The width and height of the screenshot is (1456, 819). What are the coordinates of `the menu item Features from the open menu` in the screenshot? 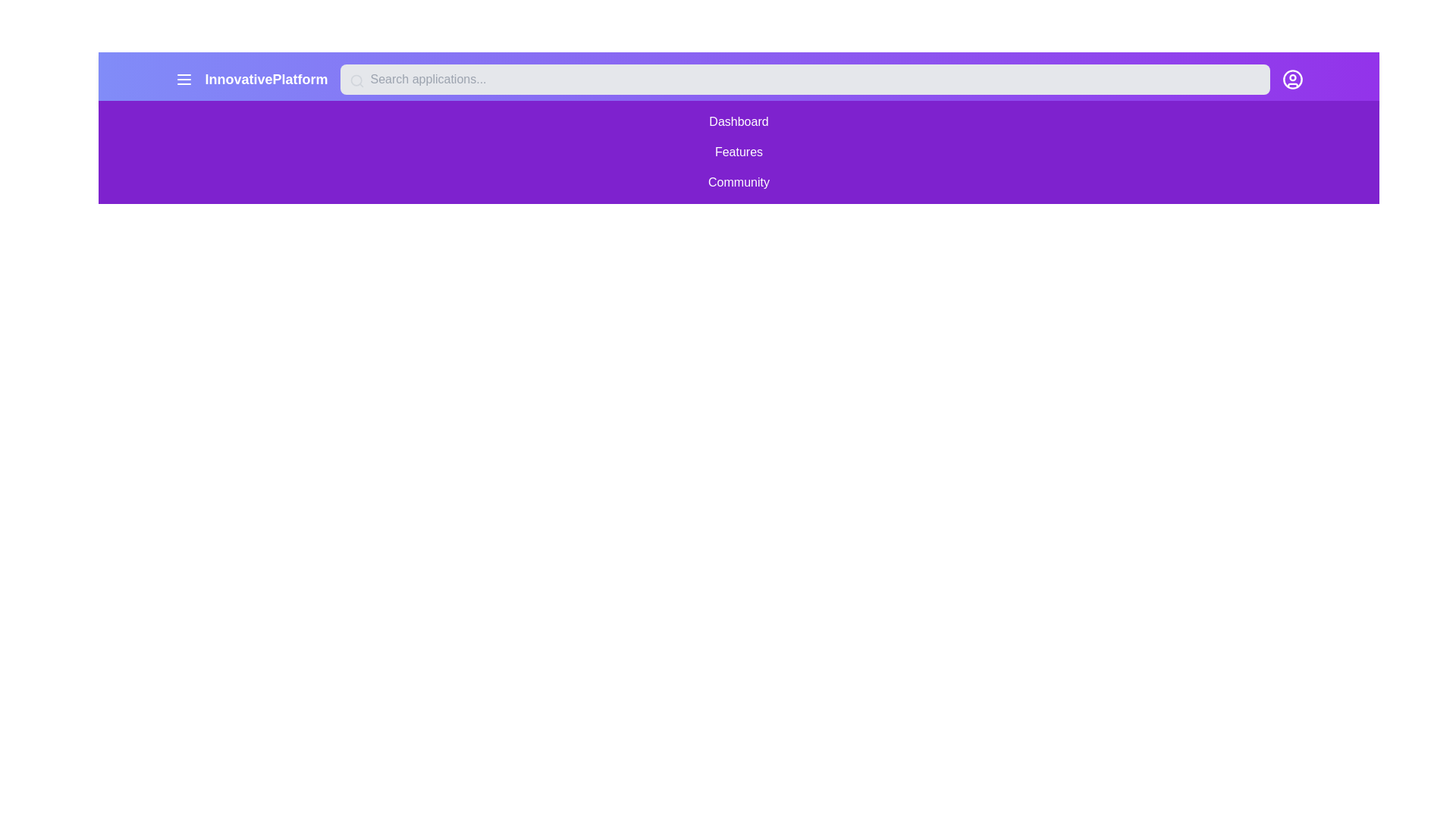 It's located at (739, 152).